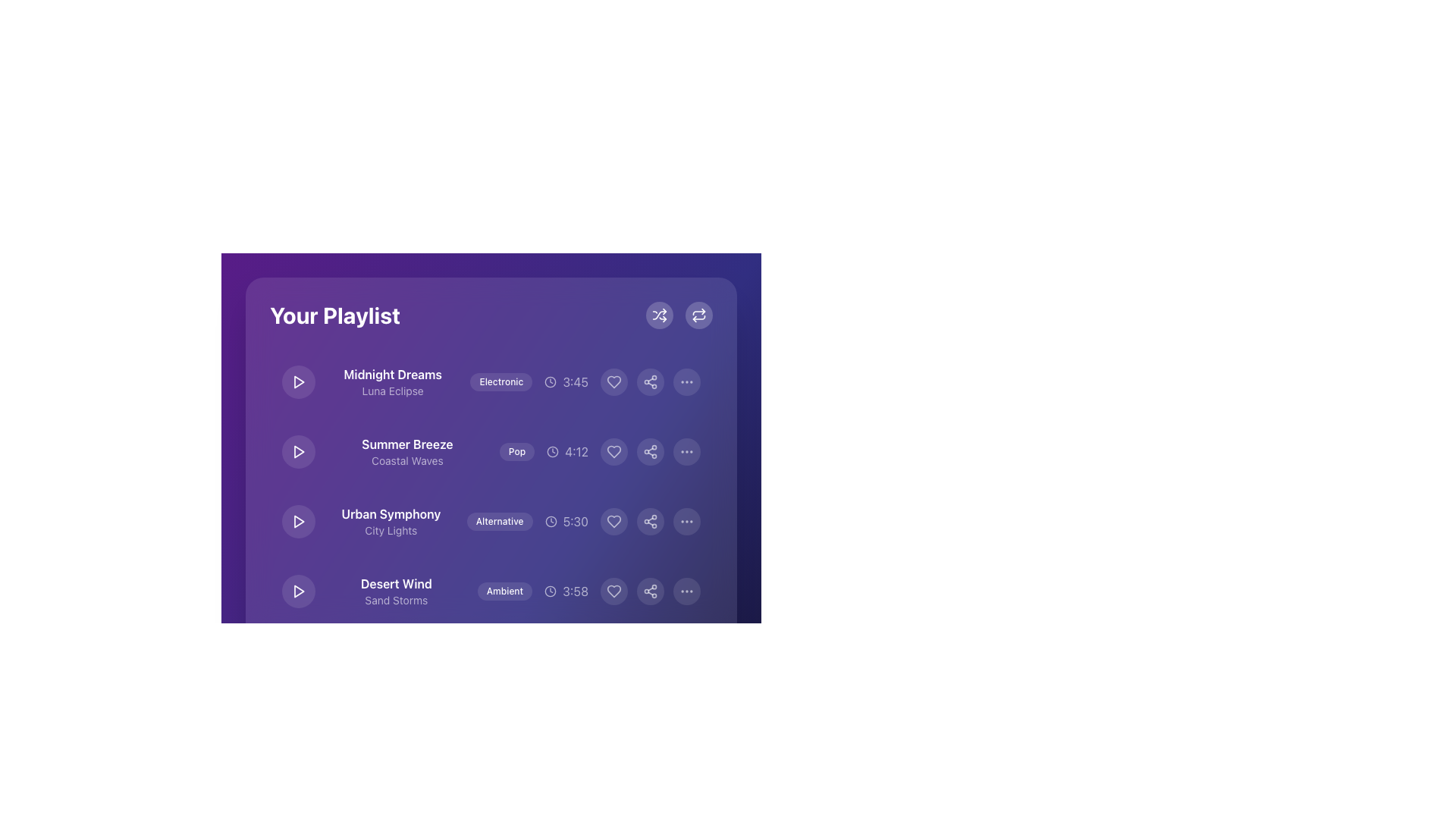  Describe the element at coordinates (651, 381) in the screenshot. I see `the circular share button located on the top row of the playlist items layout to change its visual appearance` at that location.